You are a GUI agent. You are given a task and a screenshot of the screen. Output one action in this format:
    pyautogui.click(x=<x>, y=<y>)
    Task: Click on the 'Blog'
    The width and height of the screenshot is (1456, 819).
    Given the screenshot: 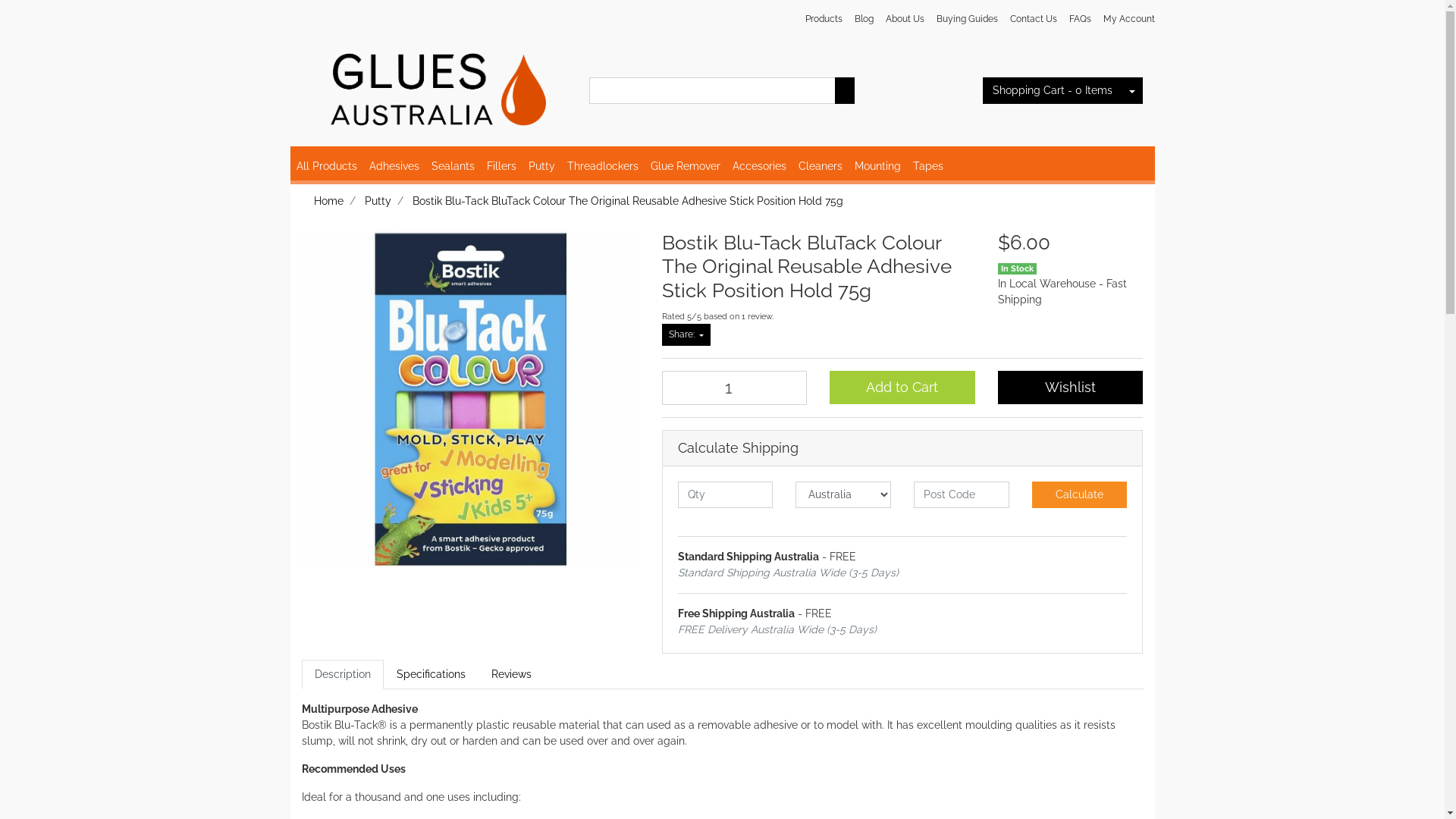 What is the action you would take?
    pyautogui.click(x=863, y=18)
    